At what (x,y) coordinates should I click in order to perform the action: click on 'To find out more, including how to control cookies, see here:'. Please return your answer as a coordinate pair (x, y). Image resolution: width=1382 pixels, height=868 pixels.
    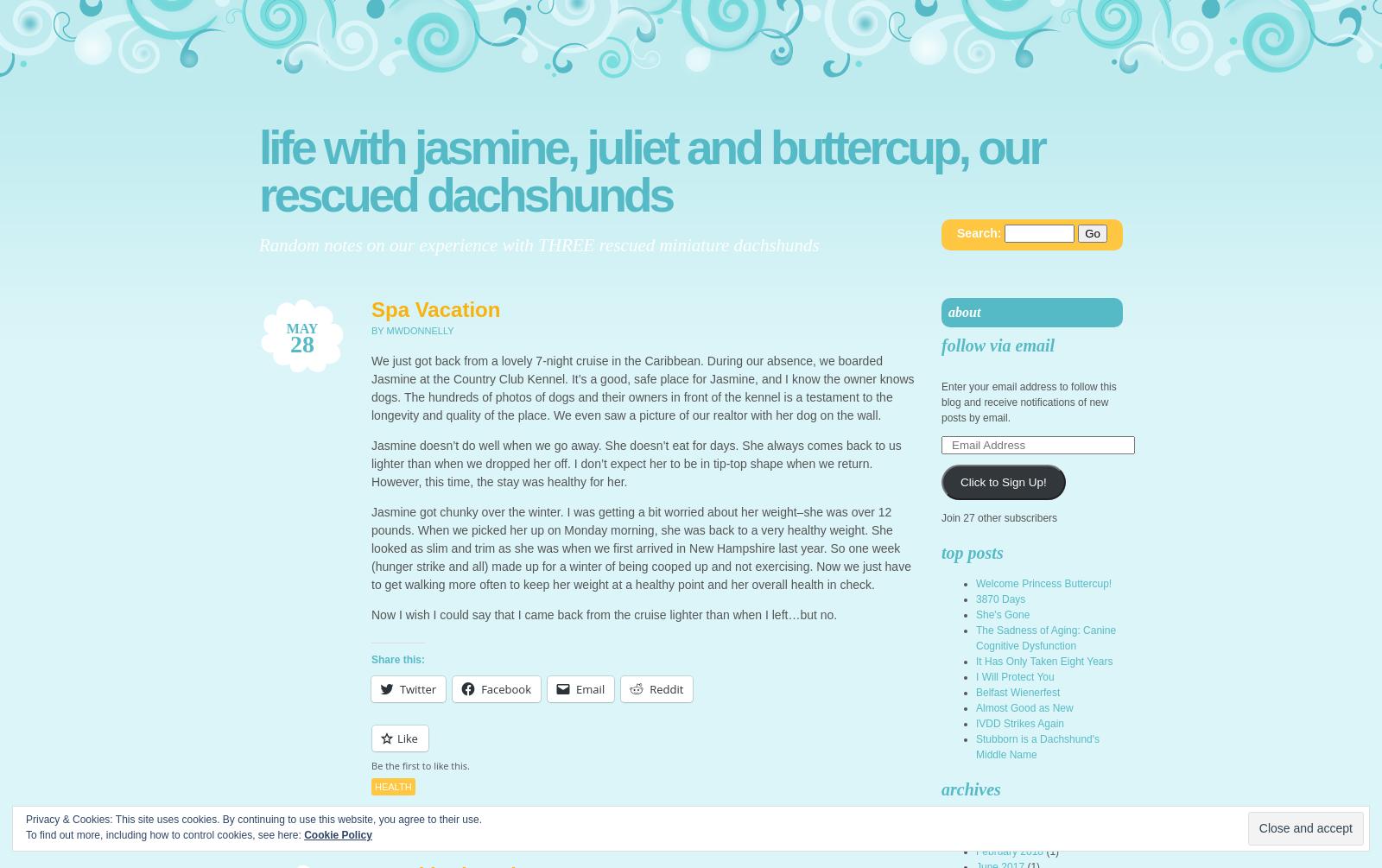
    Looking at the image, I should click on (164, 834).